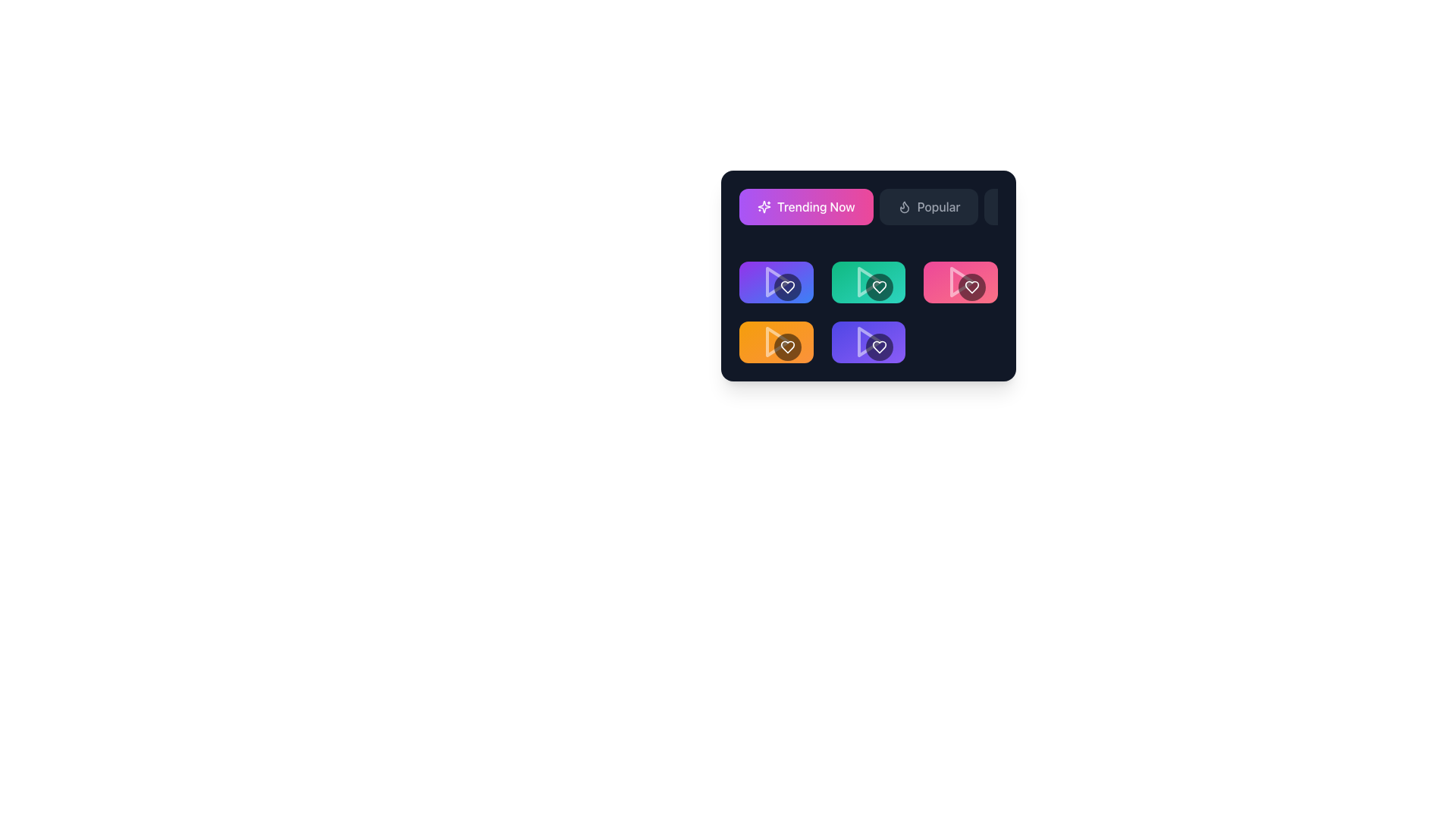  Describe the element at coordinates (880, 347) in the screenshot. I see `the heart icon in the sixth card under the 'Trending Now' section to indicate a 'like' or 'favorite' action` at that location.